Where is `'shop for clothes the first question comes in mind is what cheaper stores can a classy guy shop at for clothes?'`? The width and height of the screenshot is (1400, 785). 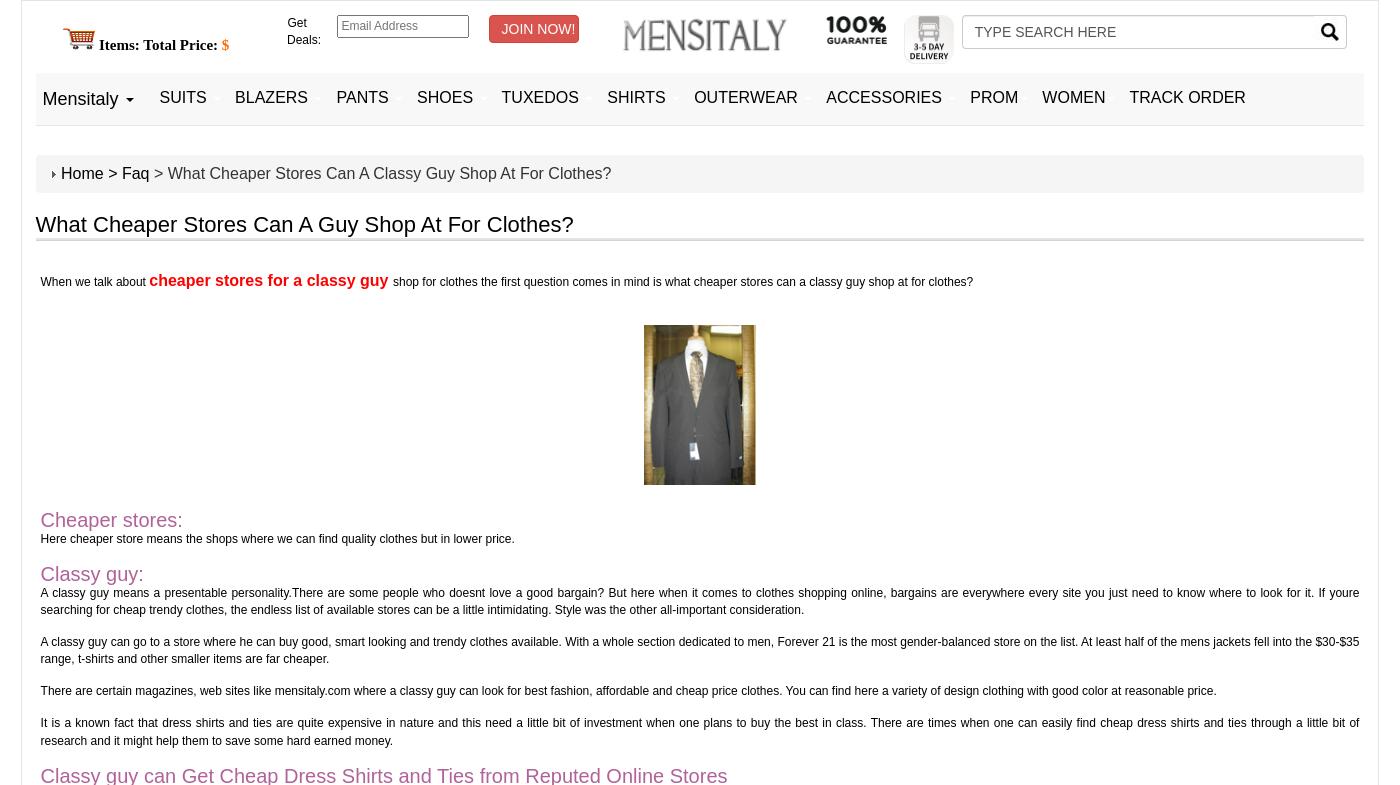 'shop for clothes the first question comes in mind is what cheaper stores can a classy guy shop at for clothes?' is located at coordinates (682, 280).